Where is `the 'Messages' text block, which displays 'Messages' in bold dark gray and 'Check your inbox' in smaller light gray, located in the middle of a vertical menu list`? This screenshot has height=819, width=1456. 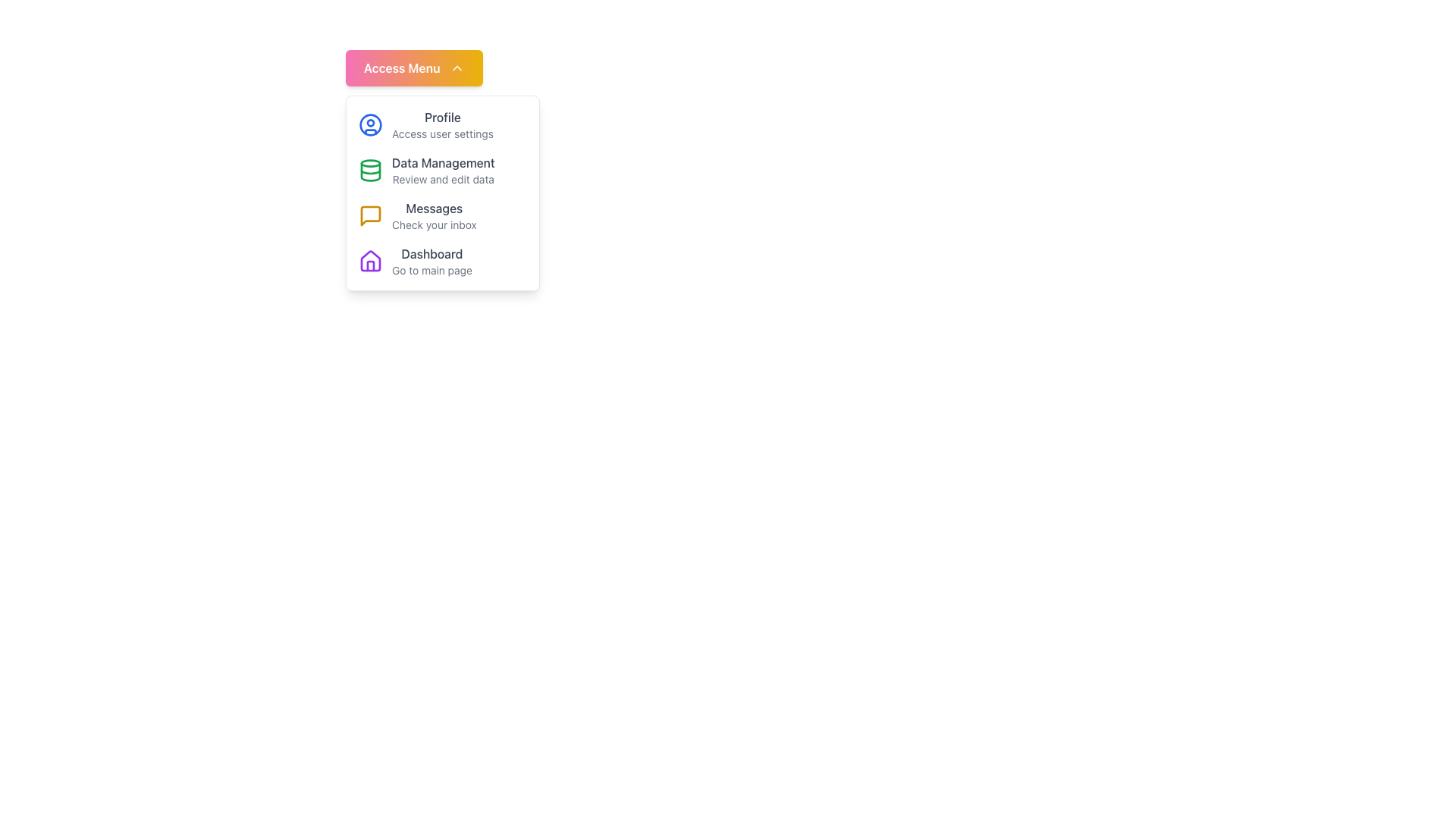 the 'Messages' text block, which displays 'Messages' in bold dark gray and 'Check your inbox' in smaller light gray, located in the middle of a vertical menu list is located at coordinates (433, 216).